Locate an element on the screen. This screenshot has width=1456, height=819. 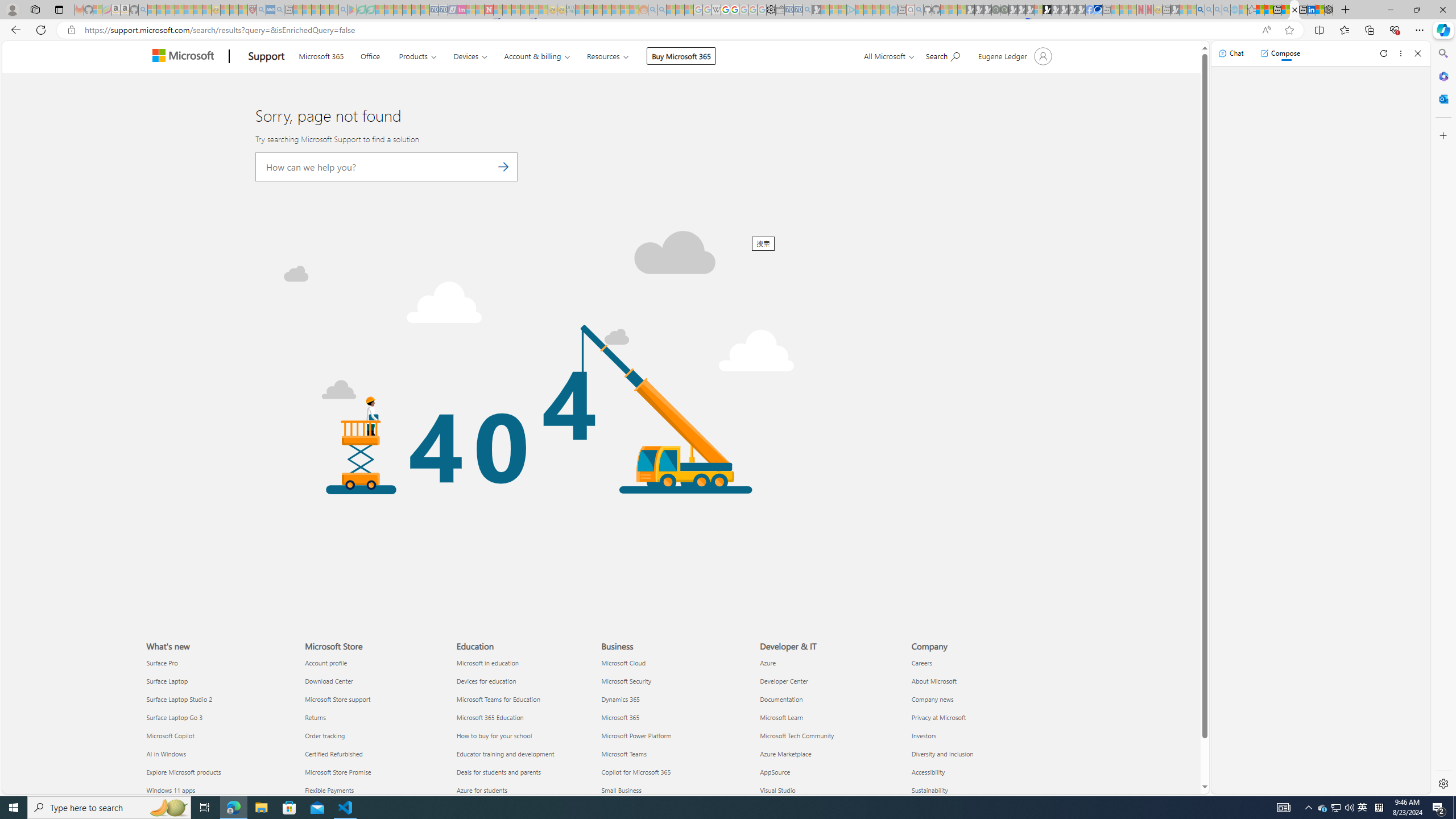
'Careers' is located at coordinates (981, 662).